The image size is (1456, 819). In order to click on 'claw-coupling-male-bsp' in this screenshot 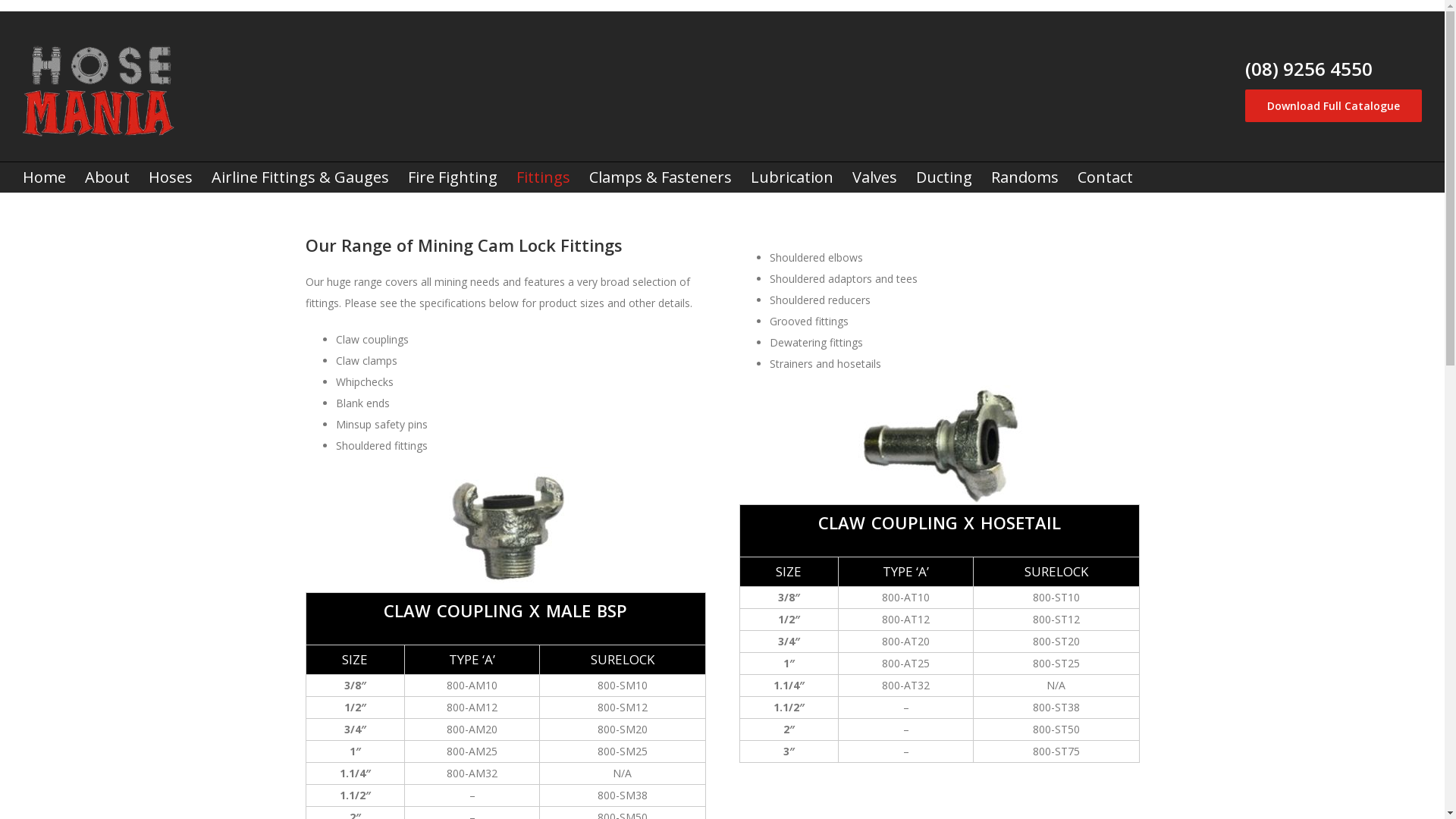, I will do `click(506, 529)`.